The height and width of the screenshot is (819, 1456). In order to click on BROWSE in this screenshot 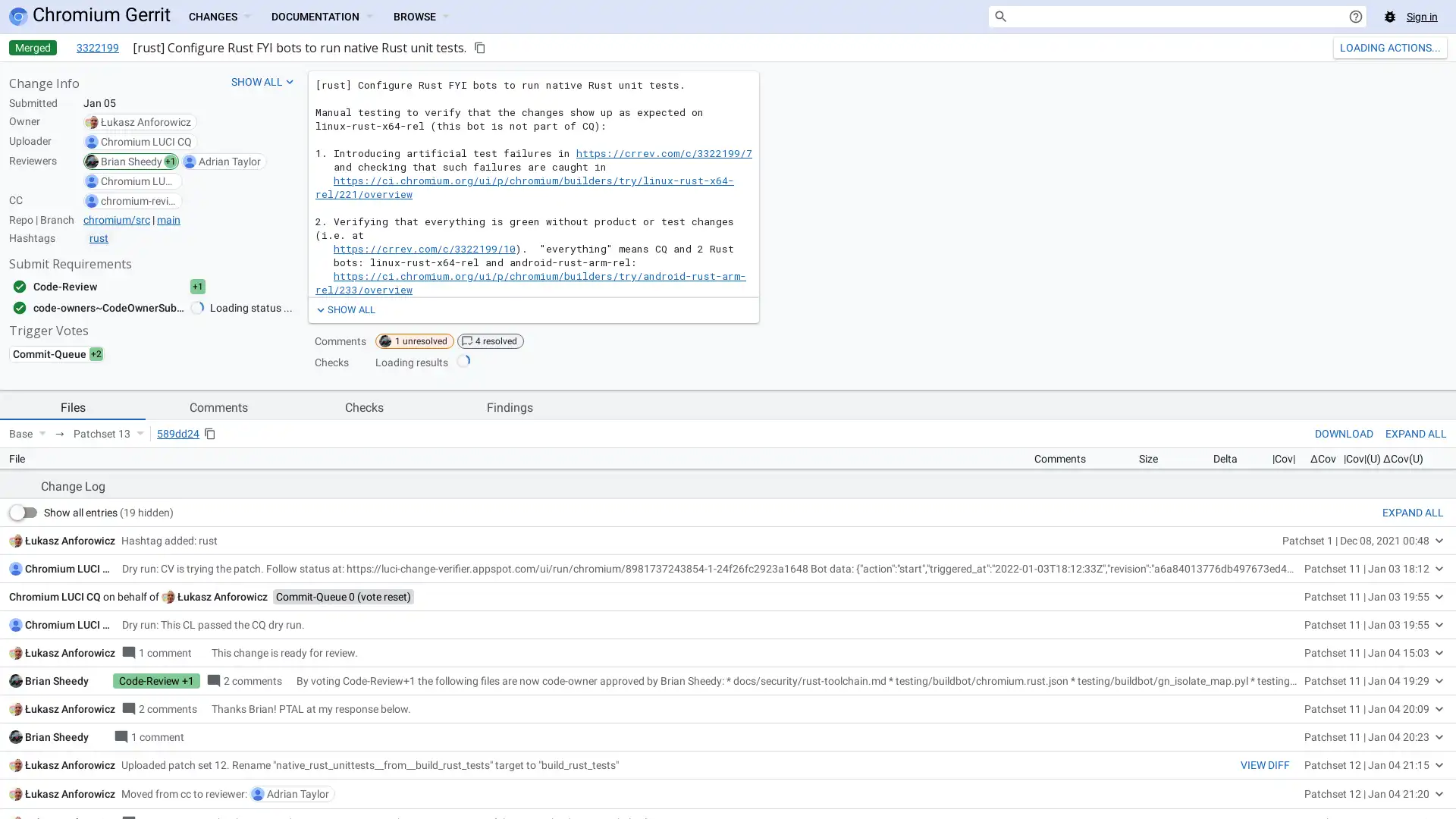, I will do `click(421, 17)`.